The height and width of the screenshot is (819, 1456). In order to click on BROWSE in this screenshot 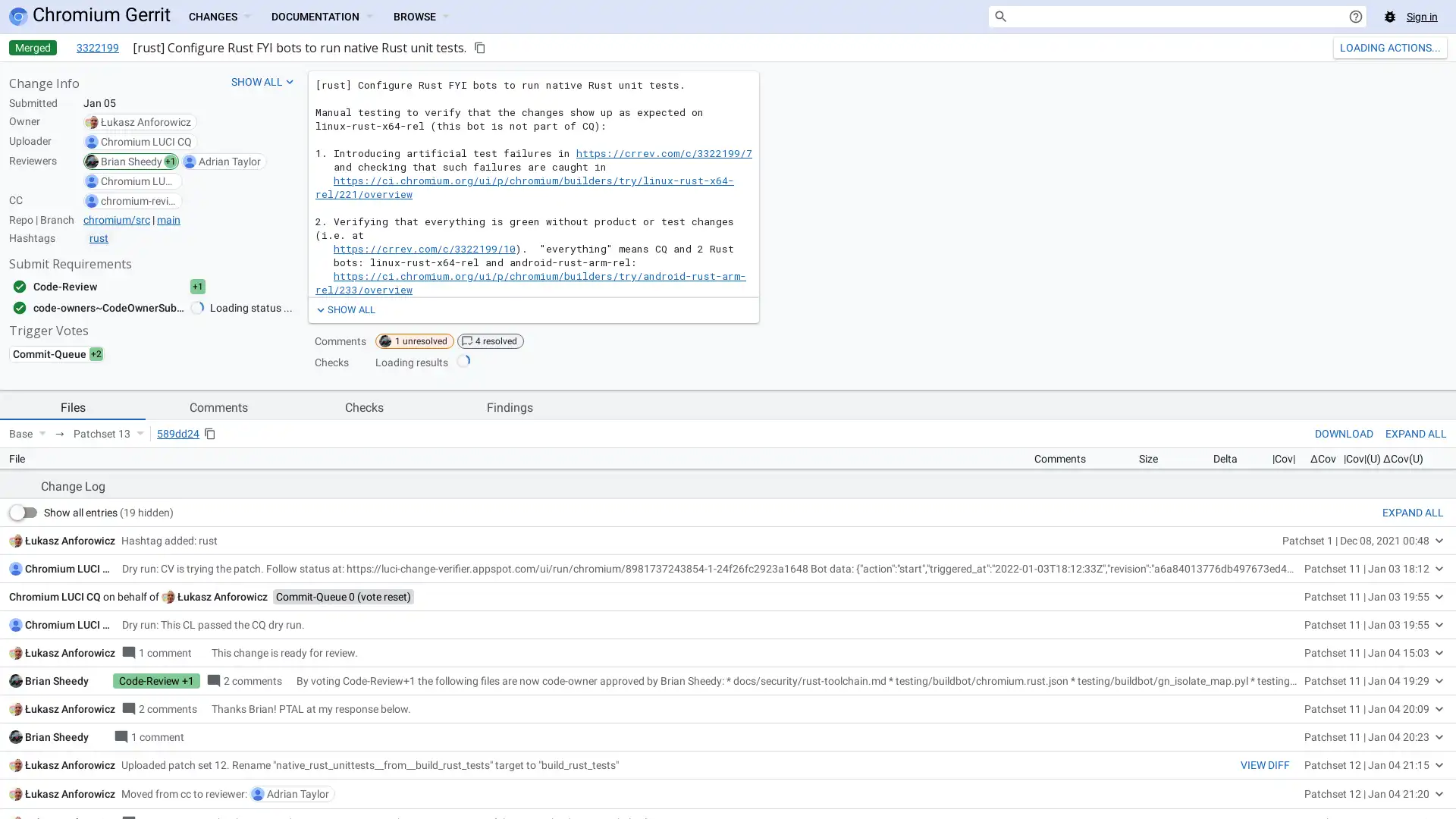, I will do `click(421, 17)`.